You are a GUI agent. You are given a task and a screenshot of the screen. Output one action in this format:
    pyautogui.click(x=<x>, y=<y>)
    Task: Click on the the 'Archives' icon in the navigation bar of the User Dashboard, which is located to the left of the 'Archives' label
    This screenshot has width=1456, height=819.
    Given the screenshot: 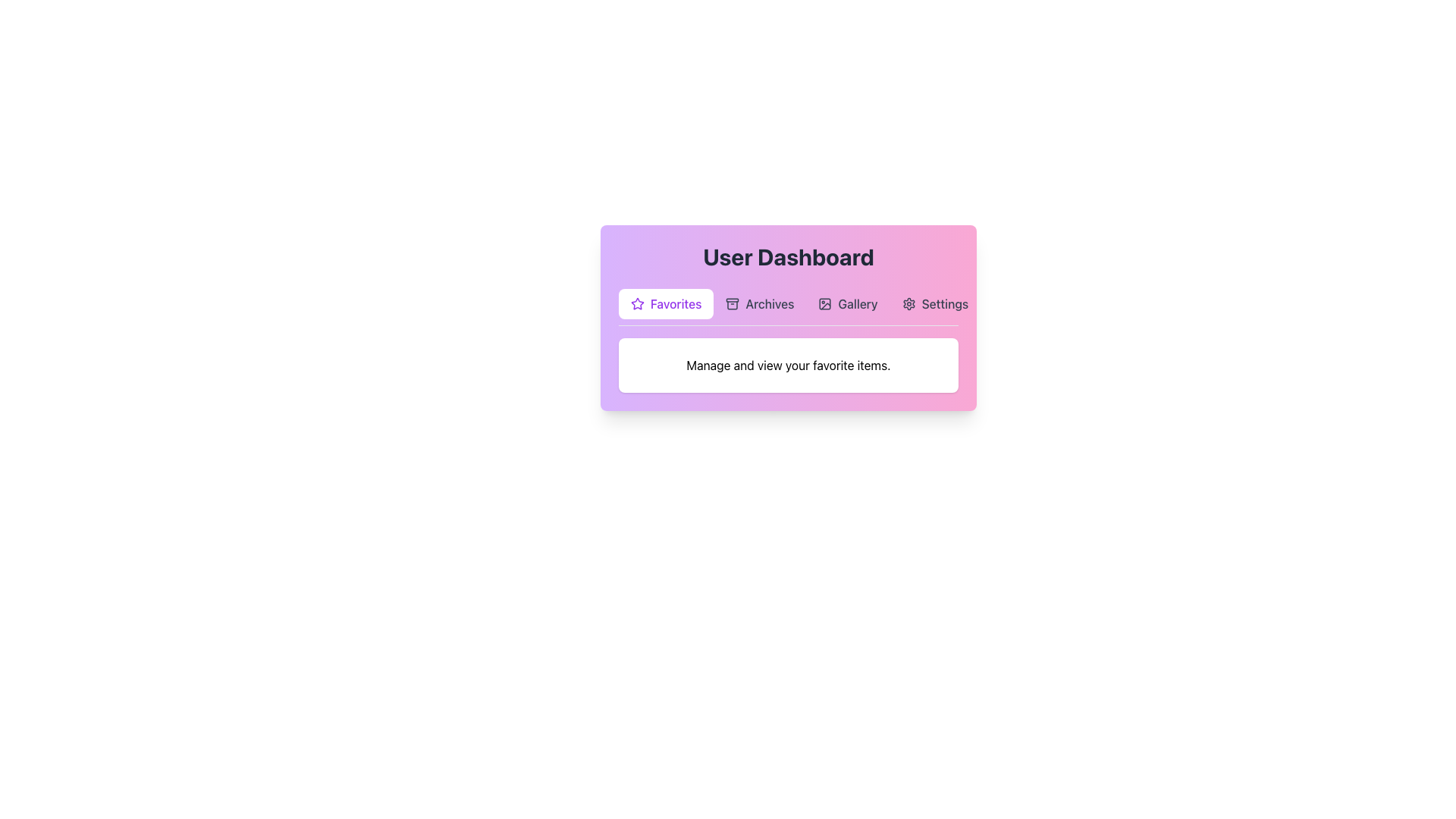 What is the action you would take?
    pyautogui.click(x=733, y=304)
    